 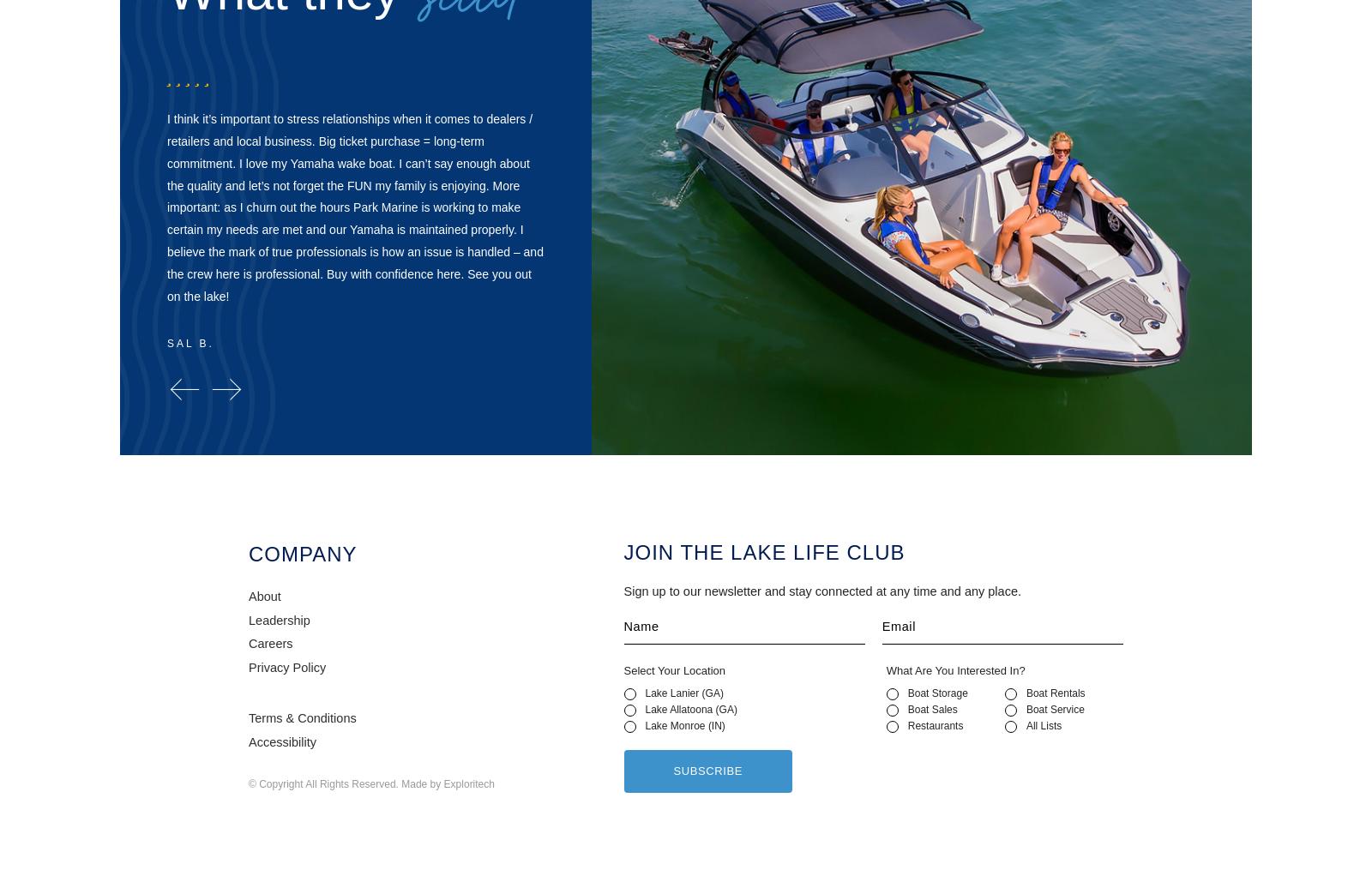 What do you see at coordinates (248, 619) in the screenshot?
I see `'Leadership'` at bounding box center [248, 619].